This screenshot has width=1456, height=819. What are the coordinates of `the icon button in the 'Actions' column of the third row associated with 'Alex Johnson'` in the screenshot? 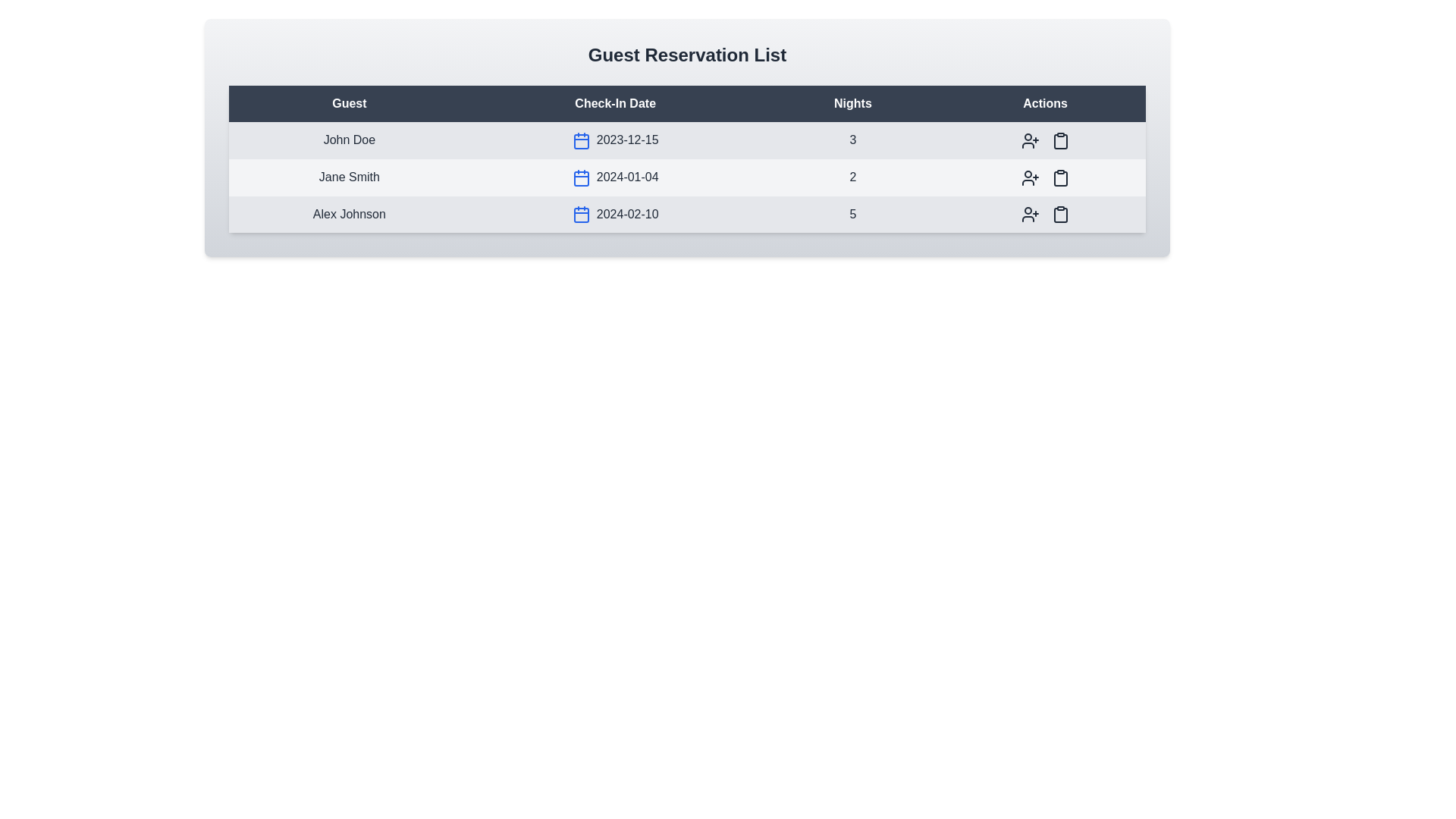 It's located at (1059, 214).